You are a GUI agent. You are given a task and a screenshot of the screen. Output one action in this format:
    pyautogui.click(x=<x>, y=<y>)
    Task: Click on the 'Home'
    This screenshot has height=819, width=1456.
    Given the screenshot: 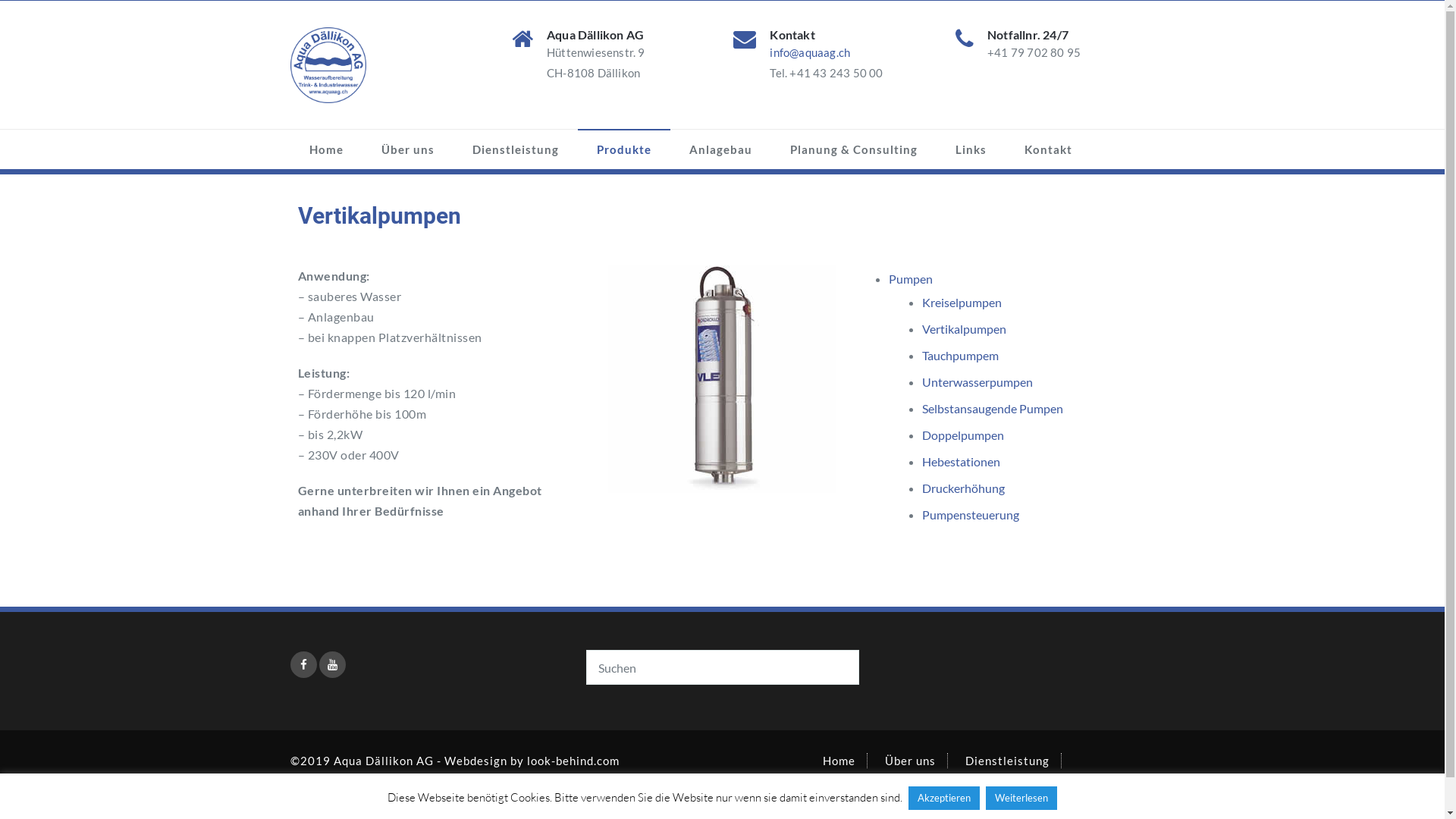 What is the action you would take?
    pyautogui.click(x=325, y=149)
    